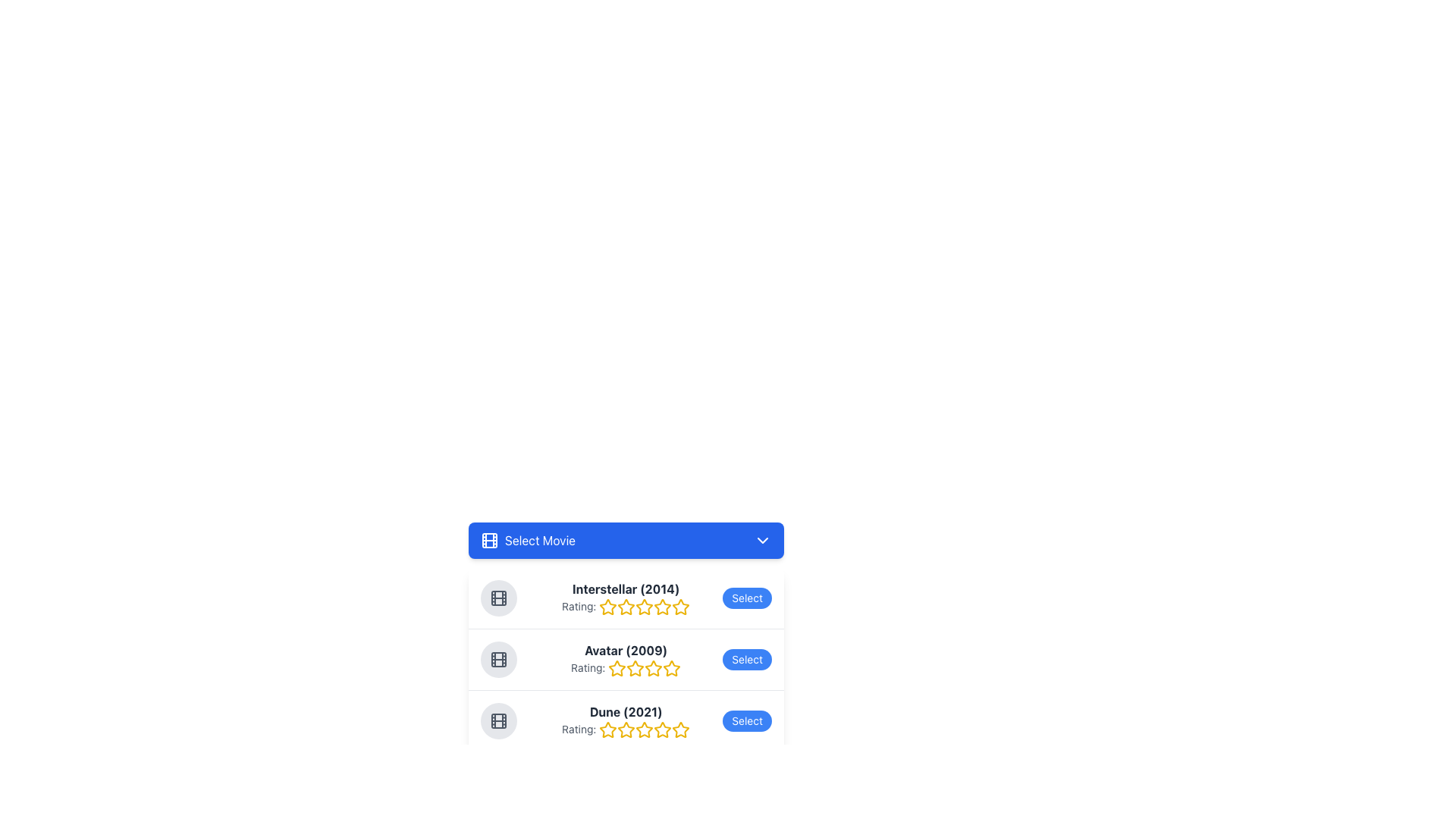 Image resolution: width=1456 pixels, height=819 pixels. Describe the element at coordinates (626, 637) in the screenshot. I see `the movie entry in the dropdown menu titled 'Select Movie', which is the second item representing a movie with a star rating system` at that location.